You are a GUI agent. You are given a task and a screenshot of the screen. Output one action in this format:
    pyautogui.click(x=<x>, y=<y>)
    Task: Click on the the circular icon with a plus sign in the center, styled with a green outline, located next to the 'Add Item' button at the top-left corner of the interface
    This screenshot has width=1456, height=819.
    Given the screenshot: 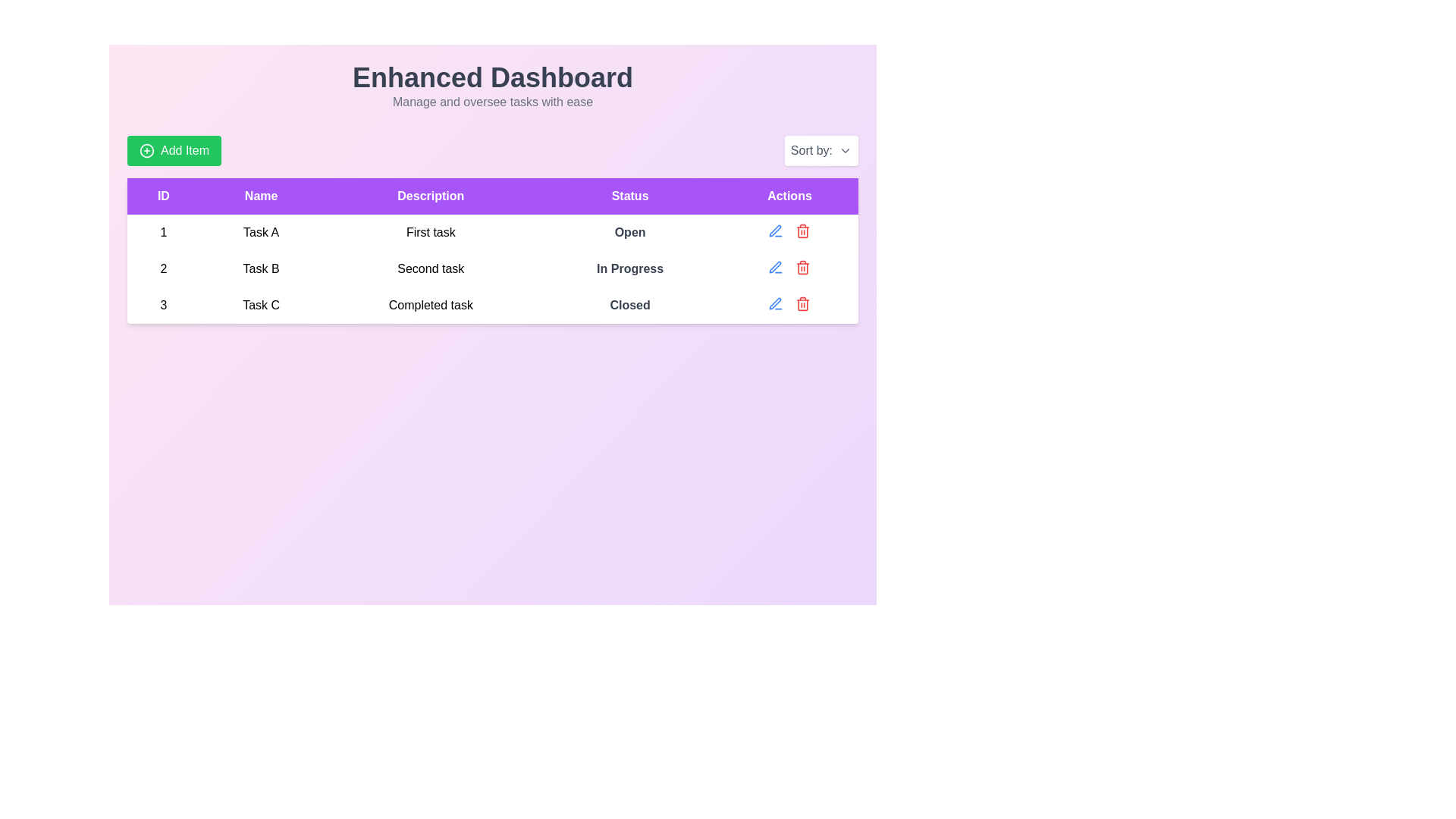 What is the action you would take?
    pyautogui.click(x=146, y=151)
    